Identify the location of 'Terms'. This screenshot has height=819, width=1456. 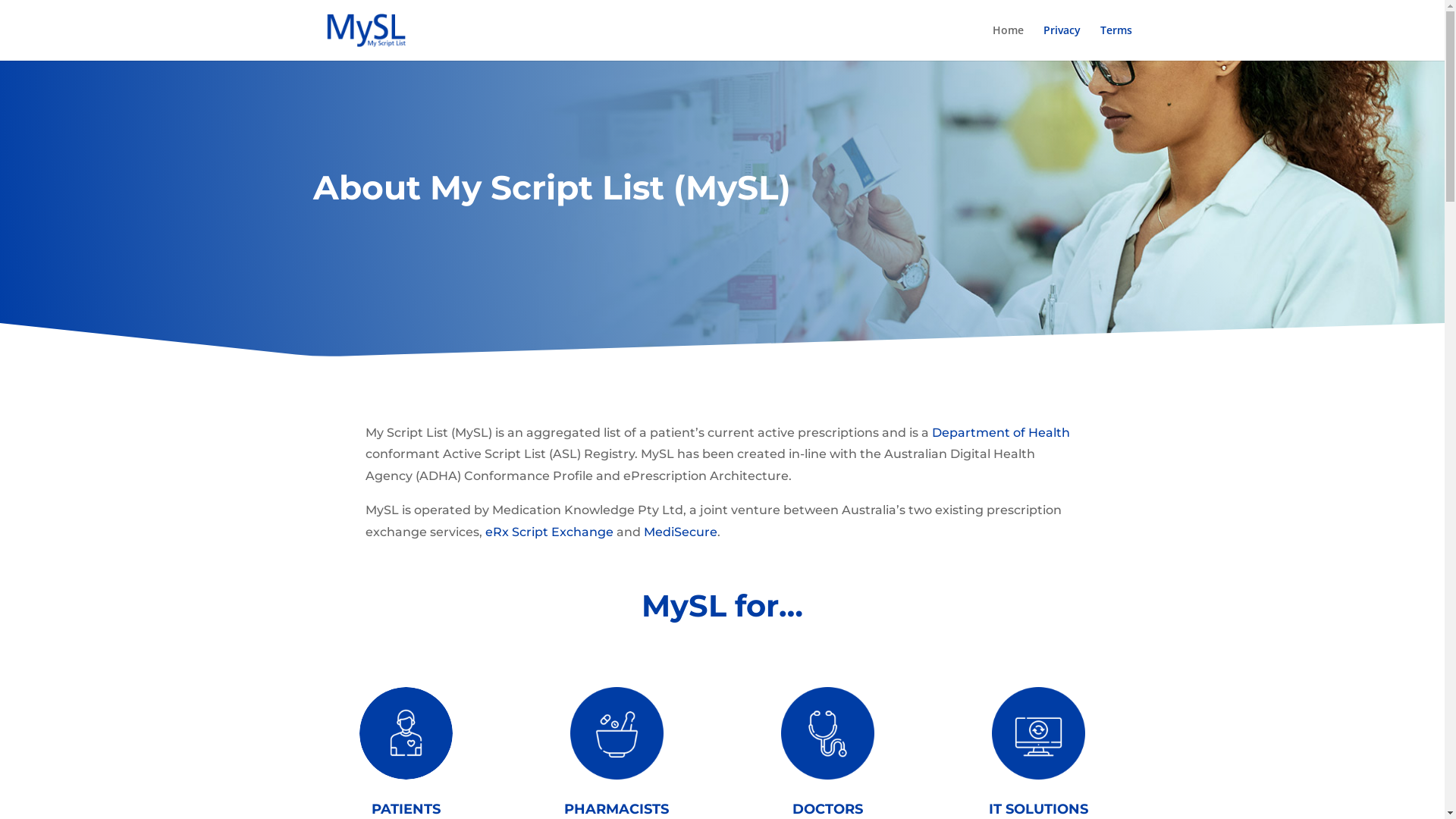
(1115, 42).